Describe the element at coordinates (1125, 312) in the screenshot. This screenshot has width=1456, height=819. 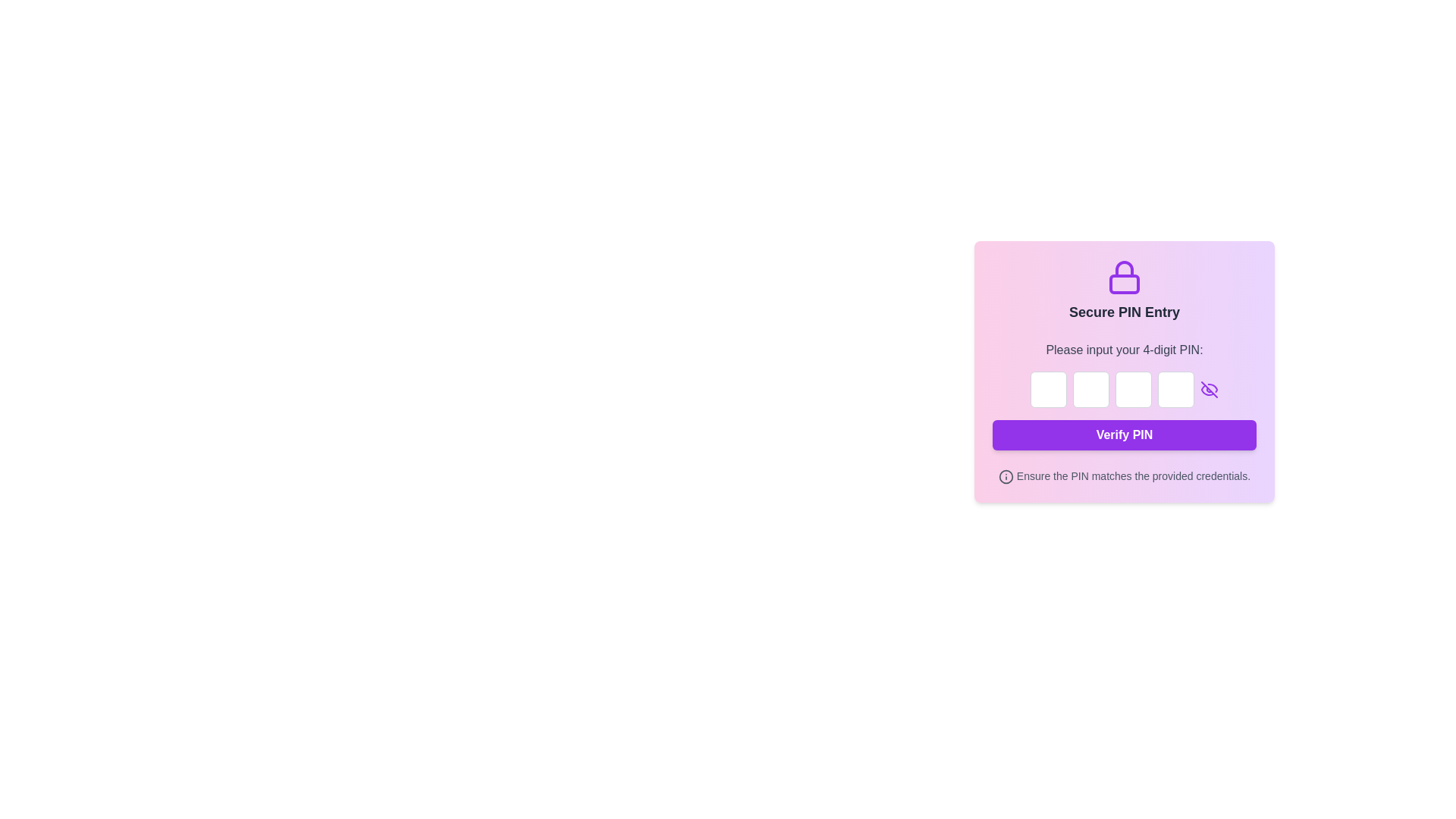
I see `the 'Secure PIN Entry' static text label, which is a prominent section header styled in bold dark gray, located below a lock icon` at that location.